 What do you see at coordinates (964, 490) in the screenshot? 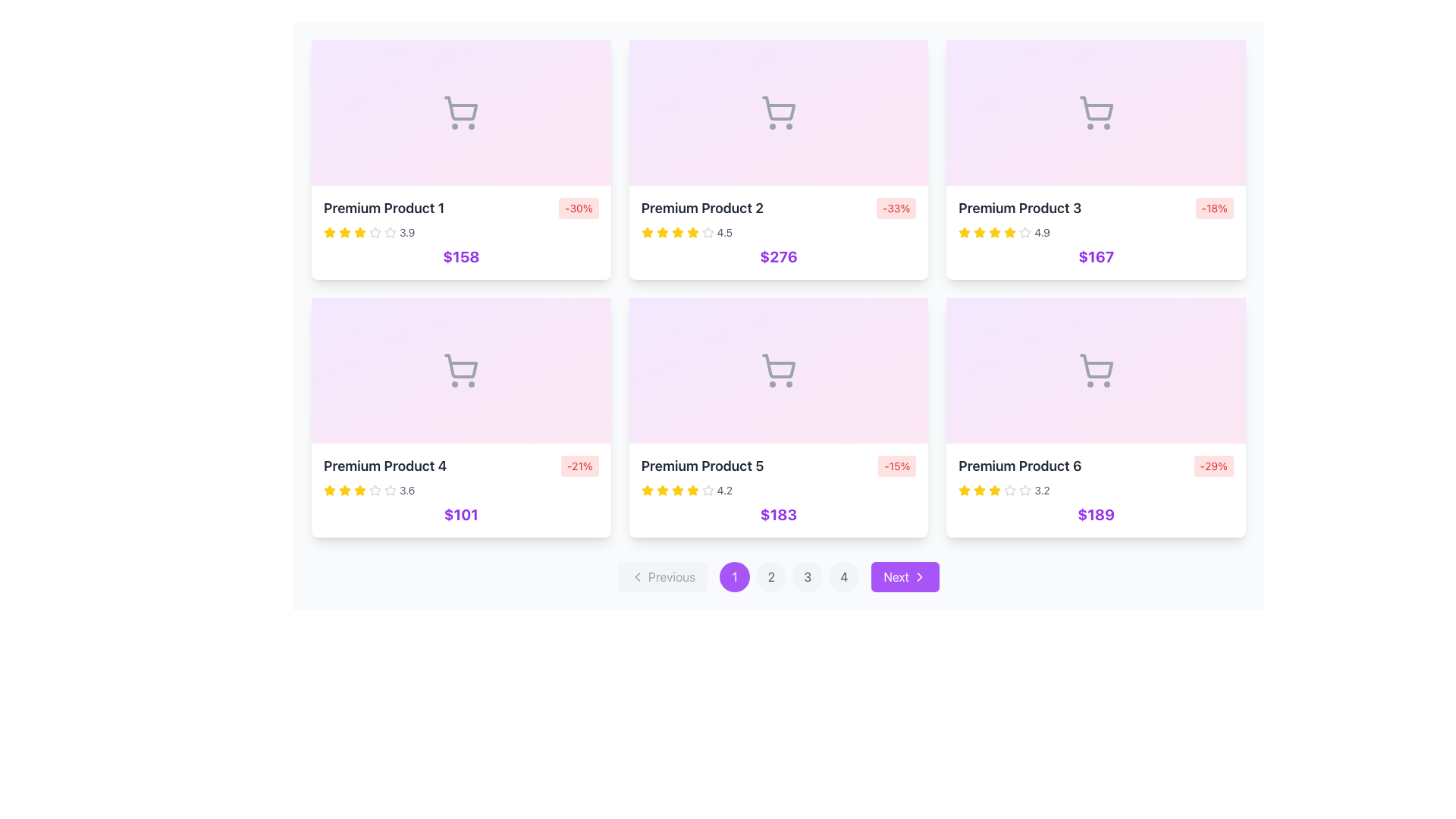
I see `the yellow five-pointed star icon representing the rating for 'Premium Product 6', located in the fourth row, rightmost column of the product grid` at bounding box center [964, 490].